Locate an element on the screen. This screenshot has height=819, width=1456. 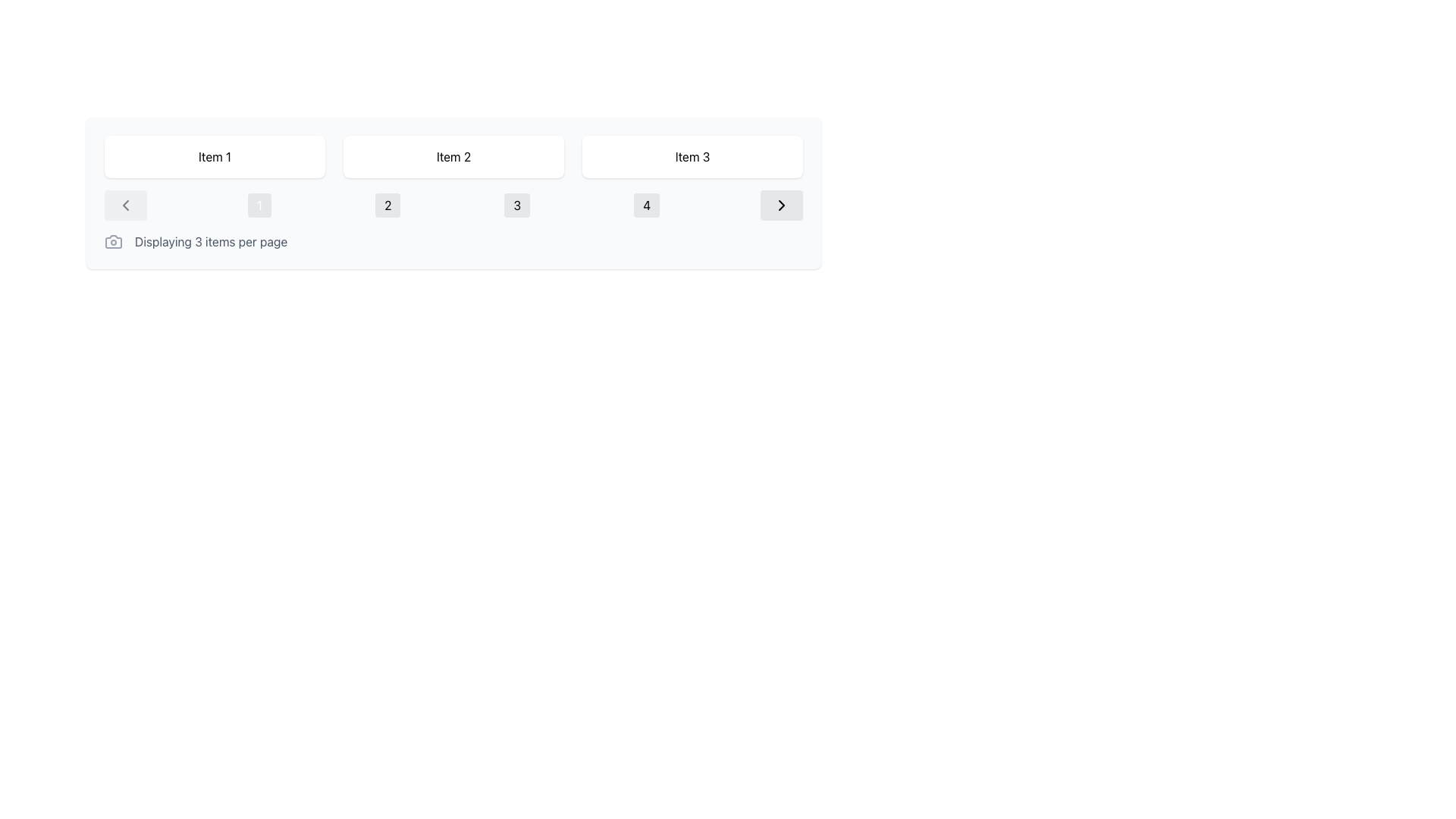
the rectangular button with a light gray background and a right-facing arrow symbol, located to the right of the '4' pagination button is located at coordinates (782, 205).